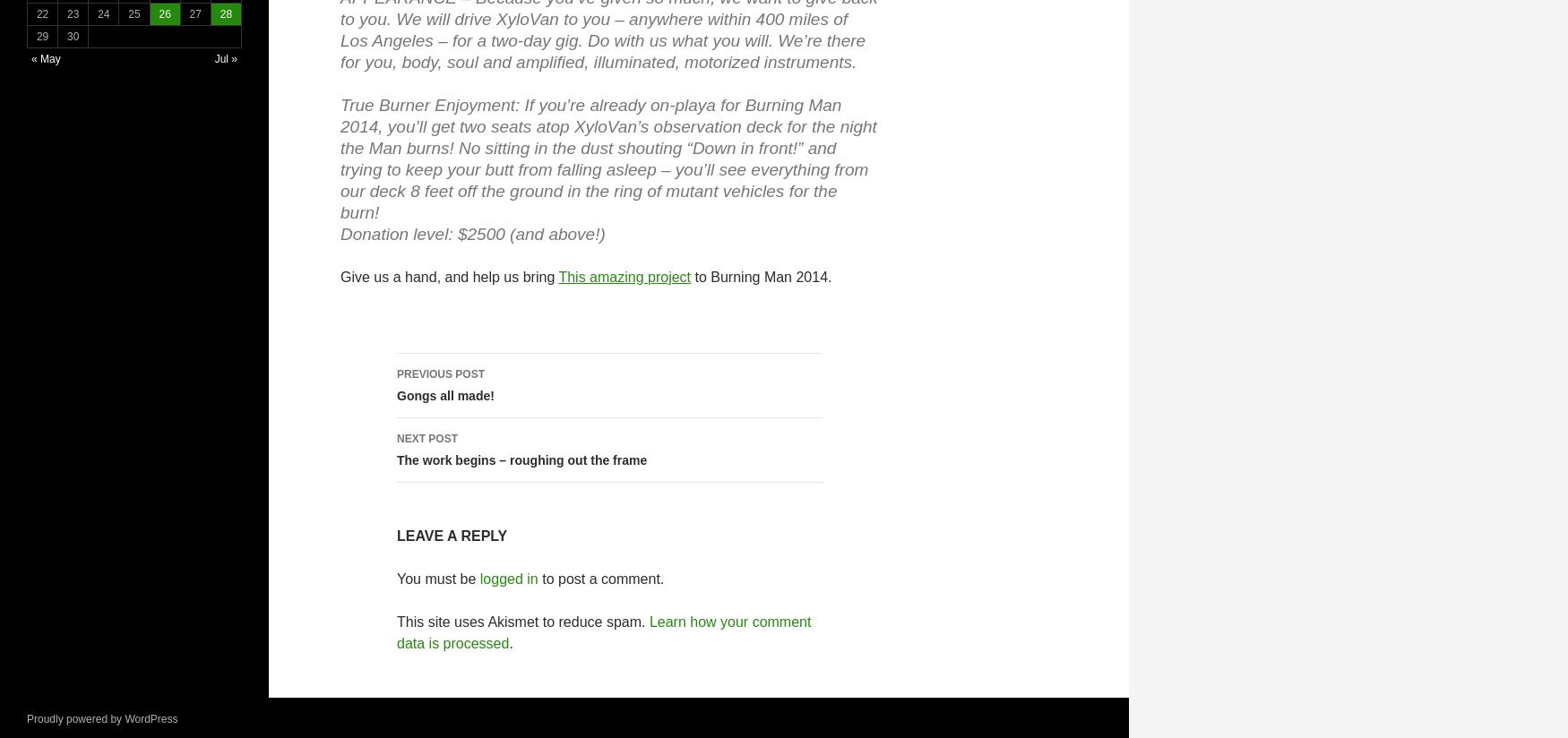 Image resolution: width=1568 pixels, height=738 pixels. Describe the element at coordinates (440, 373) in the screenshot. I see `'Previous Post'` at that location.